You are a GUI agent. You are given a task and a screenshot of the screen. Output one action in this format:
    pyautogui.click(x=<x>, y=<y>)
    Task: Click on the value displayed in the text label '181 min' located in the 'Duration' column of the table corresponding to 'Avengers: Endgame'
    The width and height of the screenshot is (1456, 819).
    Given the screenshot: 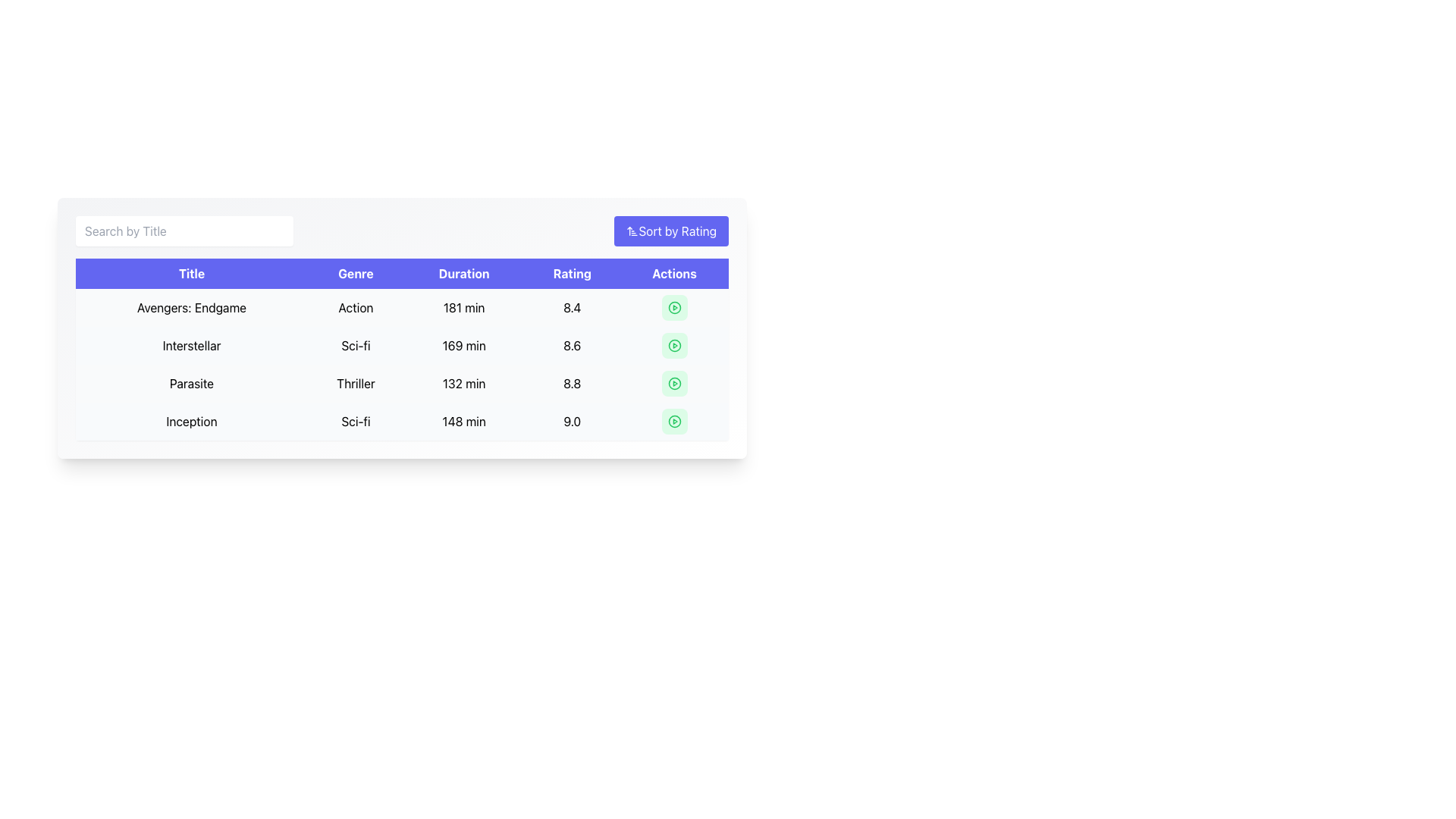 What is the action you would take?
    pyautogui.click(x=463, y=307)
    